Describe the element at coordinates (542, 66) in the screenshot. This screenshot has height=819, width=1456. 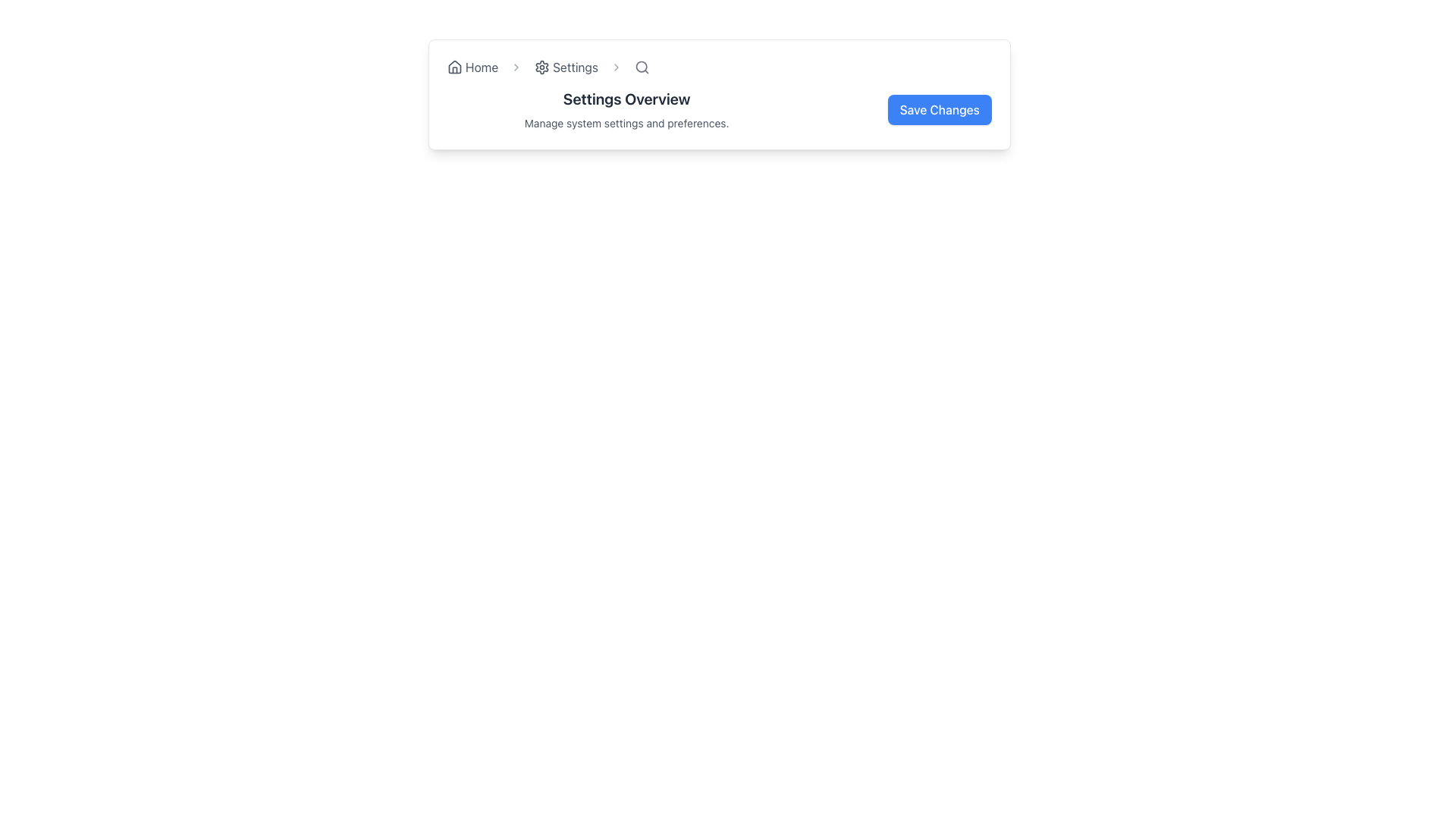
I see `the gear icon located in the navigation breadcrumb trail, positioned between the 'Home' and 'Search' icons` at that location.